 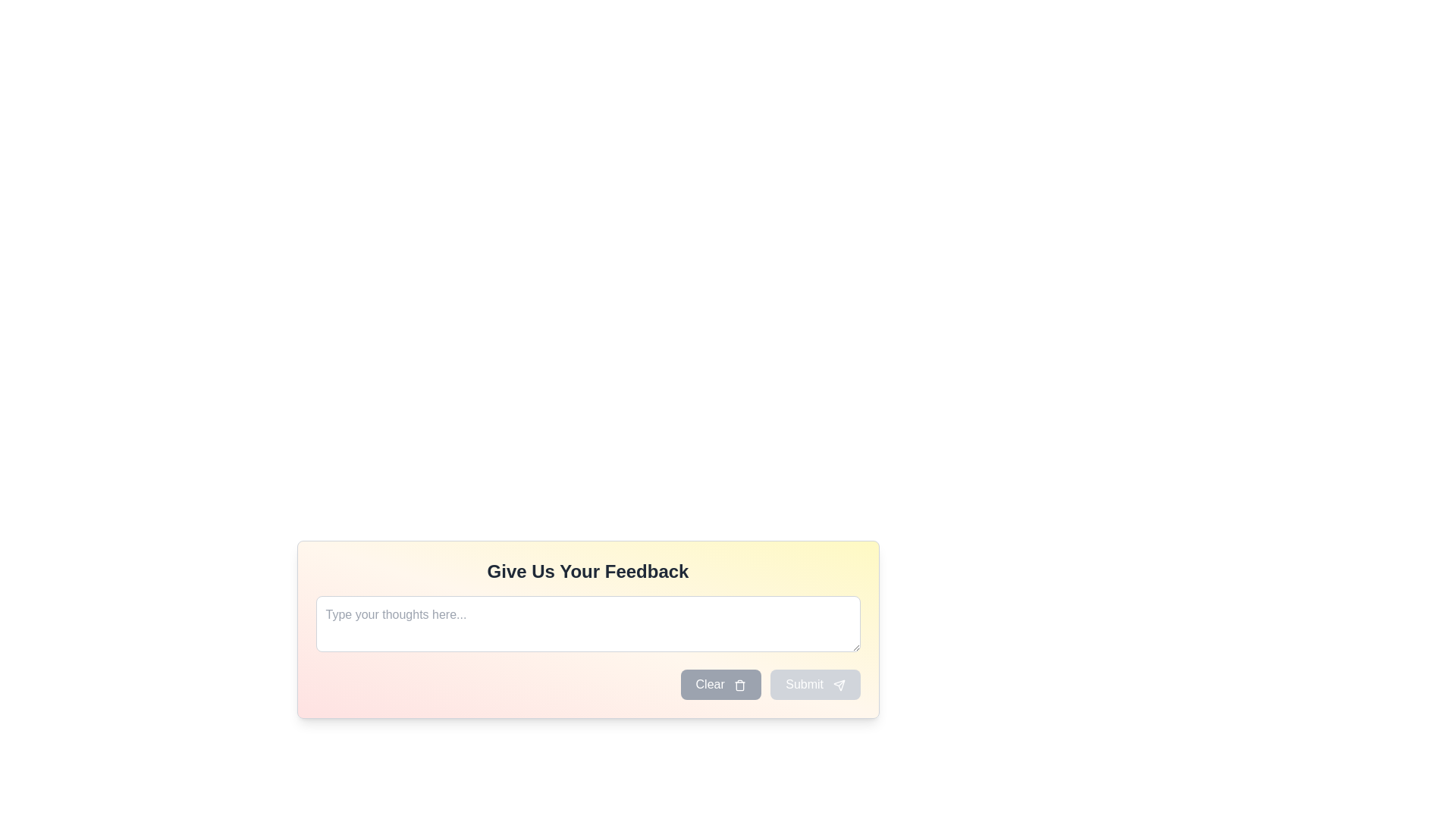 What do you see at coordinates (587, 571) in the screenshot?
I see `the header text of the feedback form, which is centrally aligned at the top of the card layout with a soft gradient background and rounded corners` at bounding box center [587, 571].